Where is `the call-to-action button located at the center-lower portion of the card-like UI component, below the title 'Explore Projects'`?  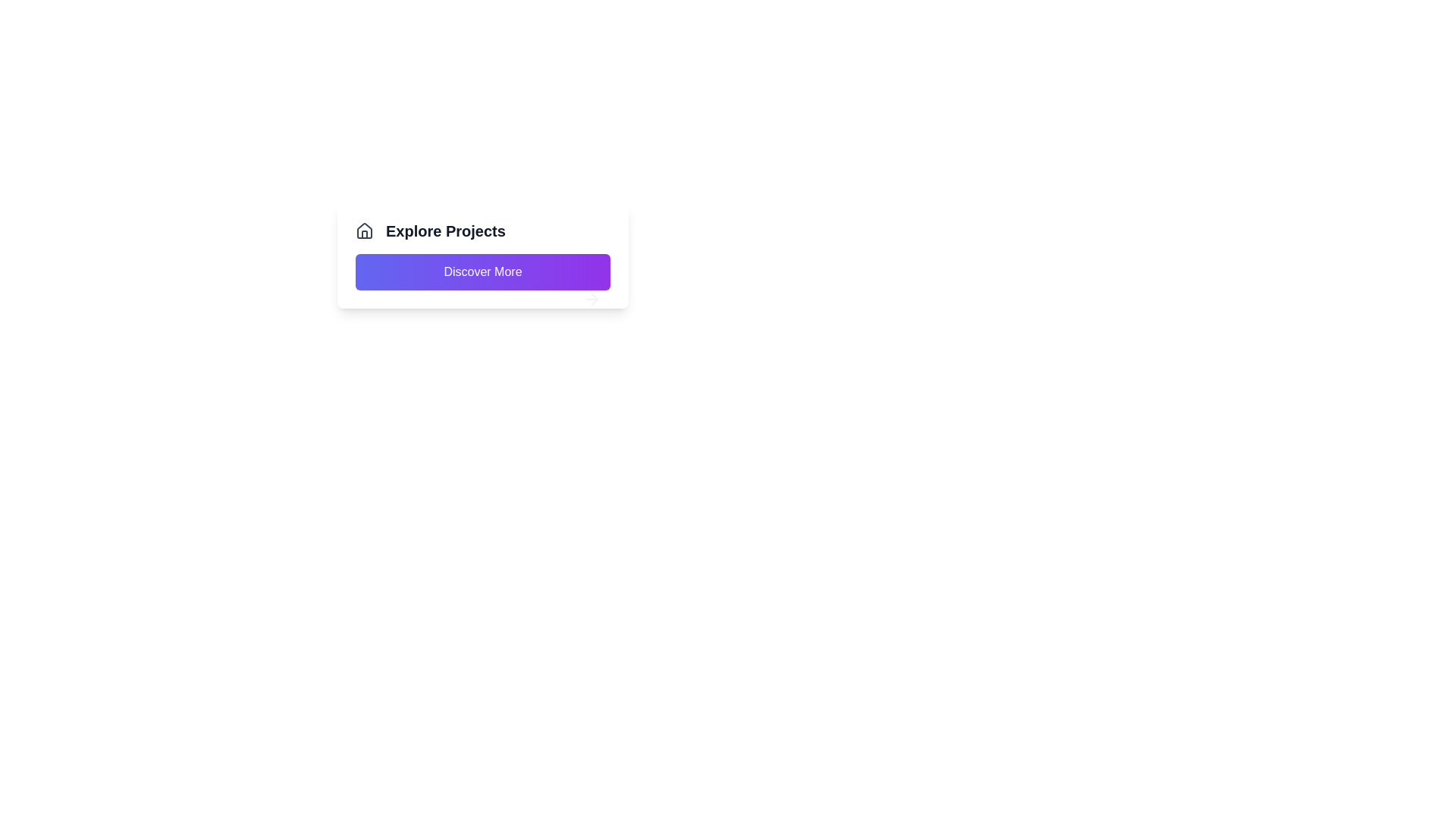 the call-to-action button located at the center-lower portion of the card-like UI component, below the title 'Explore Projects' is located at coordinates (482, 271).